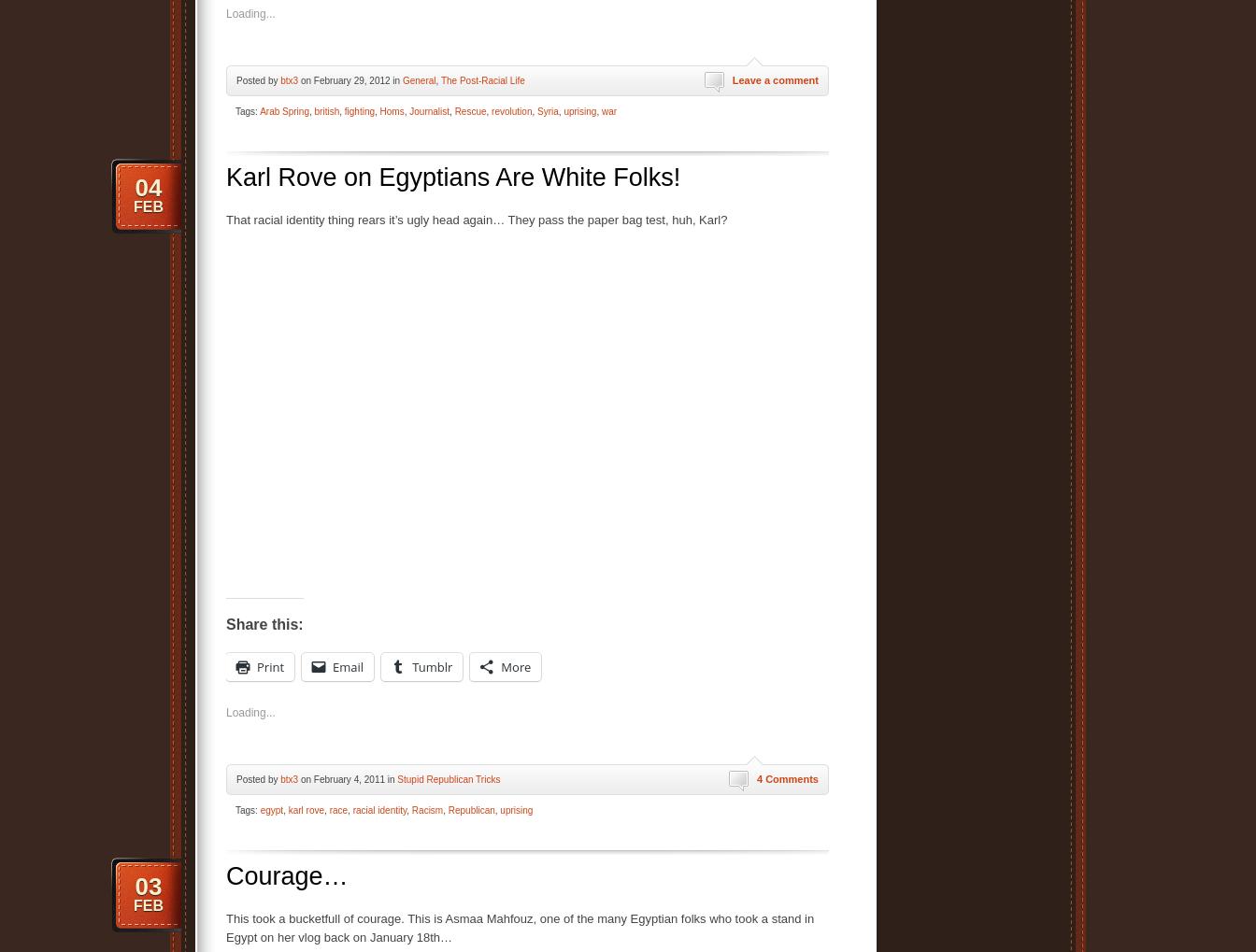 This screenshot has width=1256, height=952. What do you see at coordinates (426, 809) in the screenshot?
I see `'Racism'` at bounding box center [426, 809].